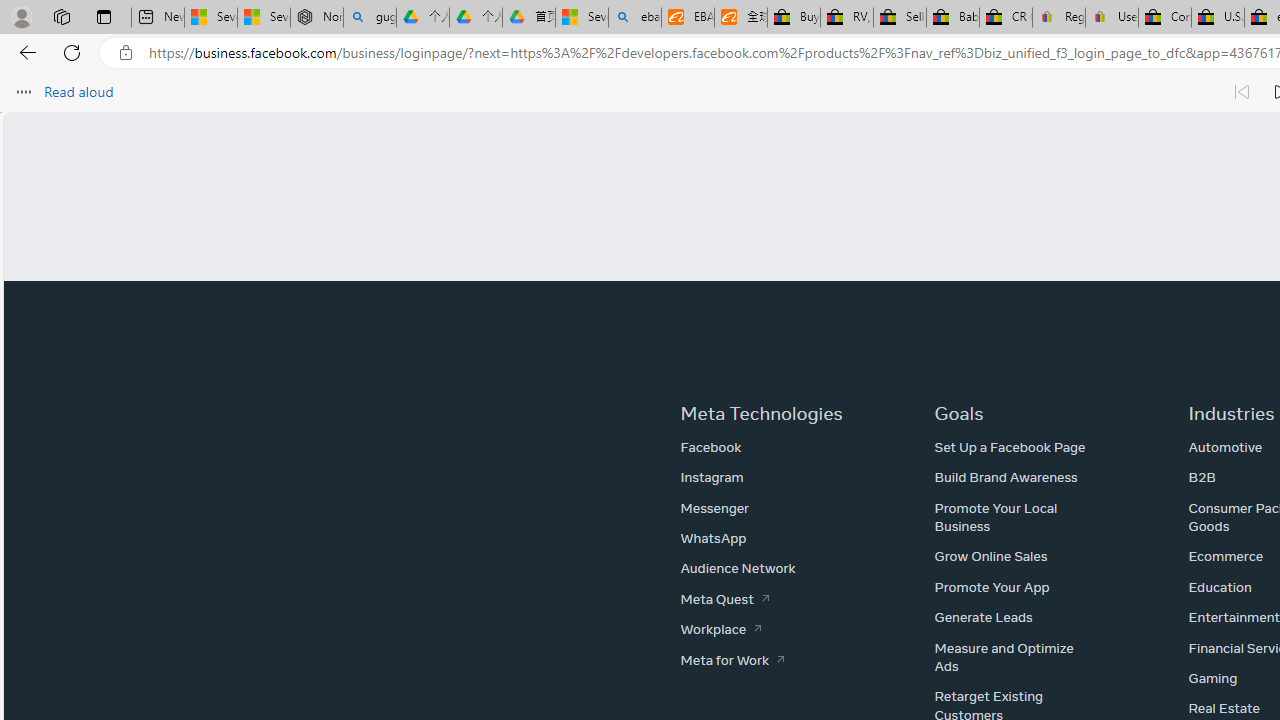 The height and width of the screenshot is (720, 1280). Describe the element at coordinates (1224, 446) in the screenshot. I see `'Automotive'` at that location.